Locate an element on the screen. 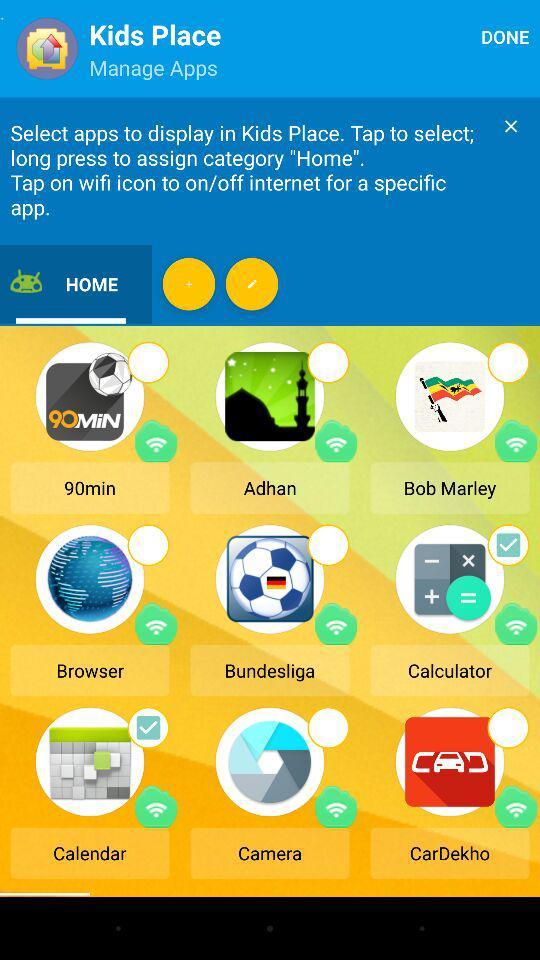 This screenshot has width=540, height=960. wifi icon on/off is located at coordinates (336, 623).